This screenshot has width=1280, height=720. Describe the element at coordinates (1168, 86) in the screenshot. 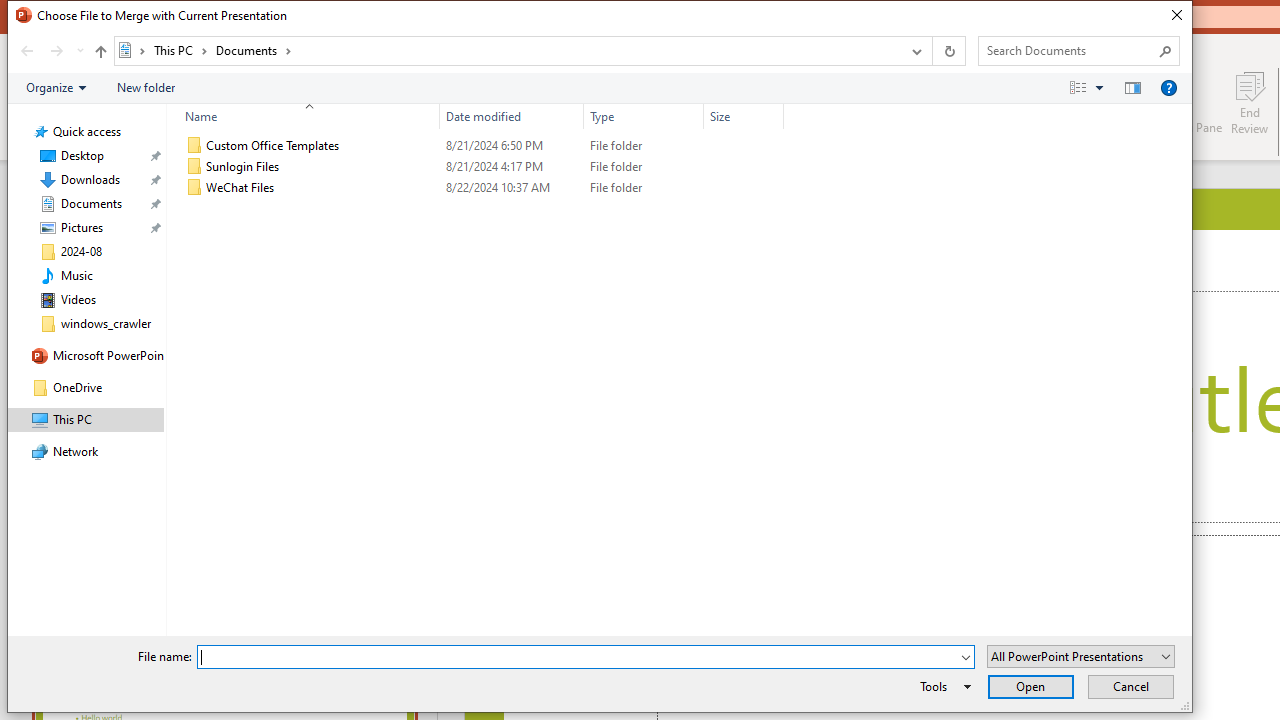

I see `'&Help'` at that location.